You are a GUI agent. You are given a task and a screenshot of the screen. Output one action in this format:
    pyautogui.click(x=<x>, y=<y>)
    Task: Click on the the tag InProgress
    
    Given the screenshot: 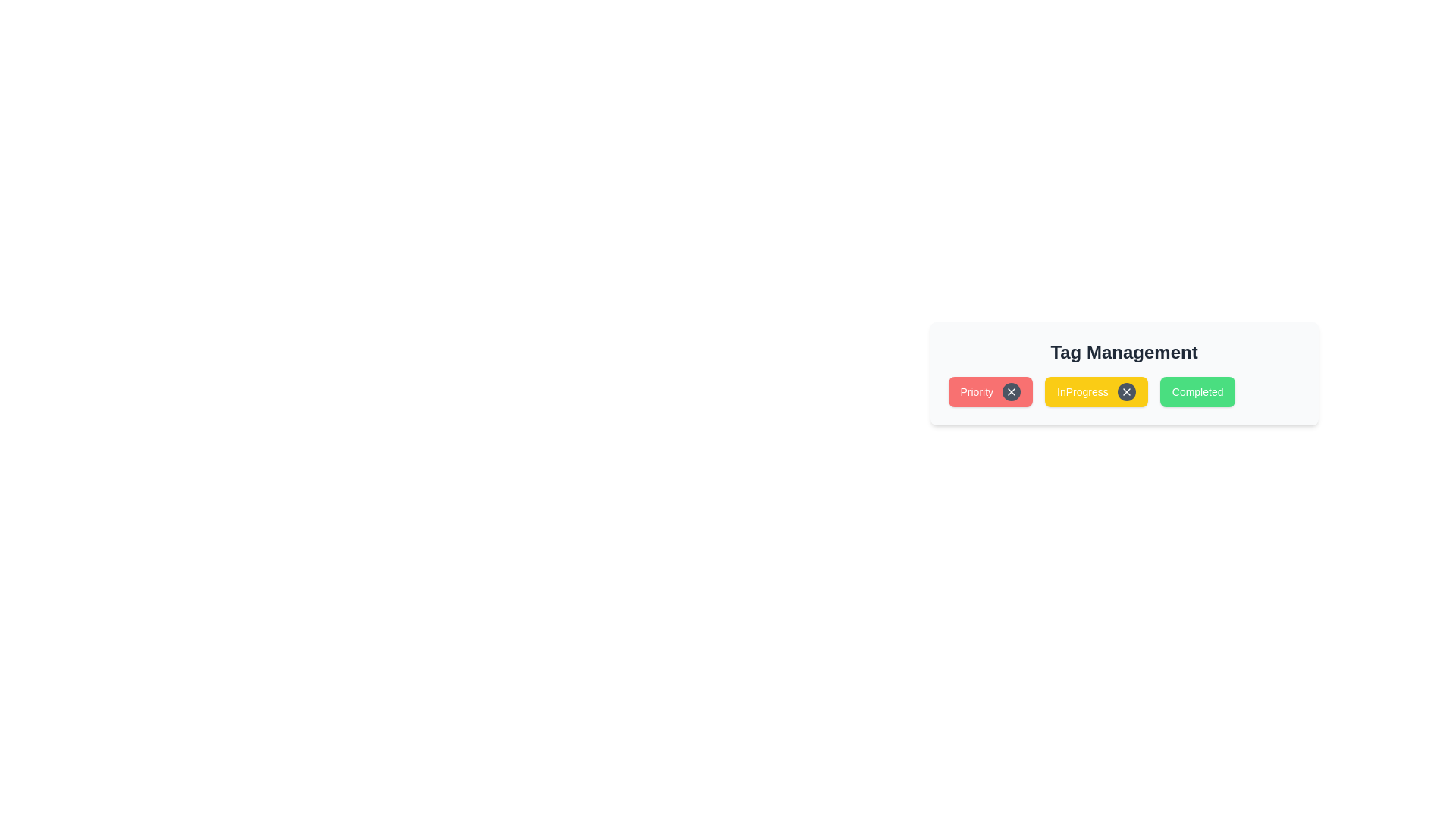 What is the action you would take?
    pyautogui.click(x=1095, y=391)
    